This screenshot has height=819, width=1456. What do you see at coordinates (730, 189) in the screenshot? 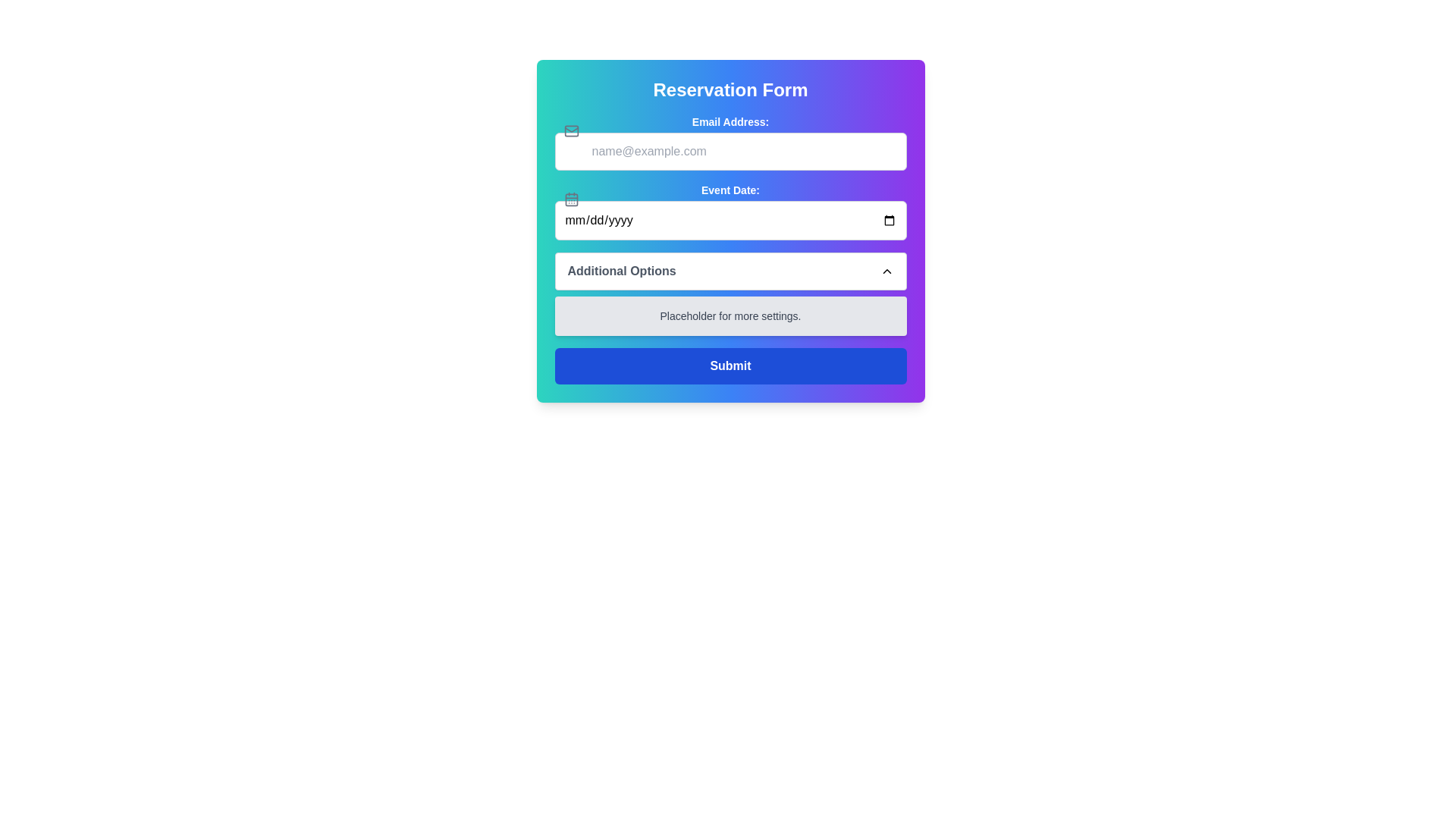
I see `the 'Event Date' label element to associate it with its input field` at bounding box center [730, 189].